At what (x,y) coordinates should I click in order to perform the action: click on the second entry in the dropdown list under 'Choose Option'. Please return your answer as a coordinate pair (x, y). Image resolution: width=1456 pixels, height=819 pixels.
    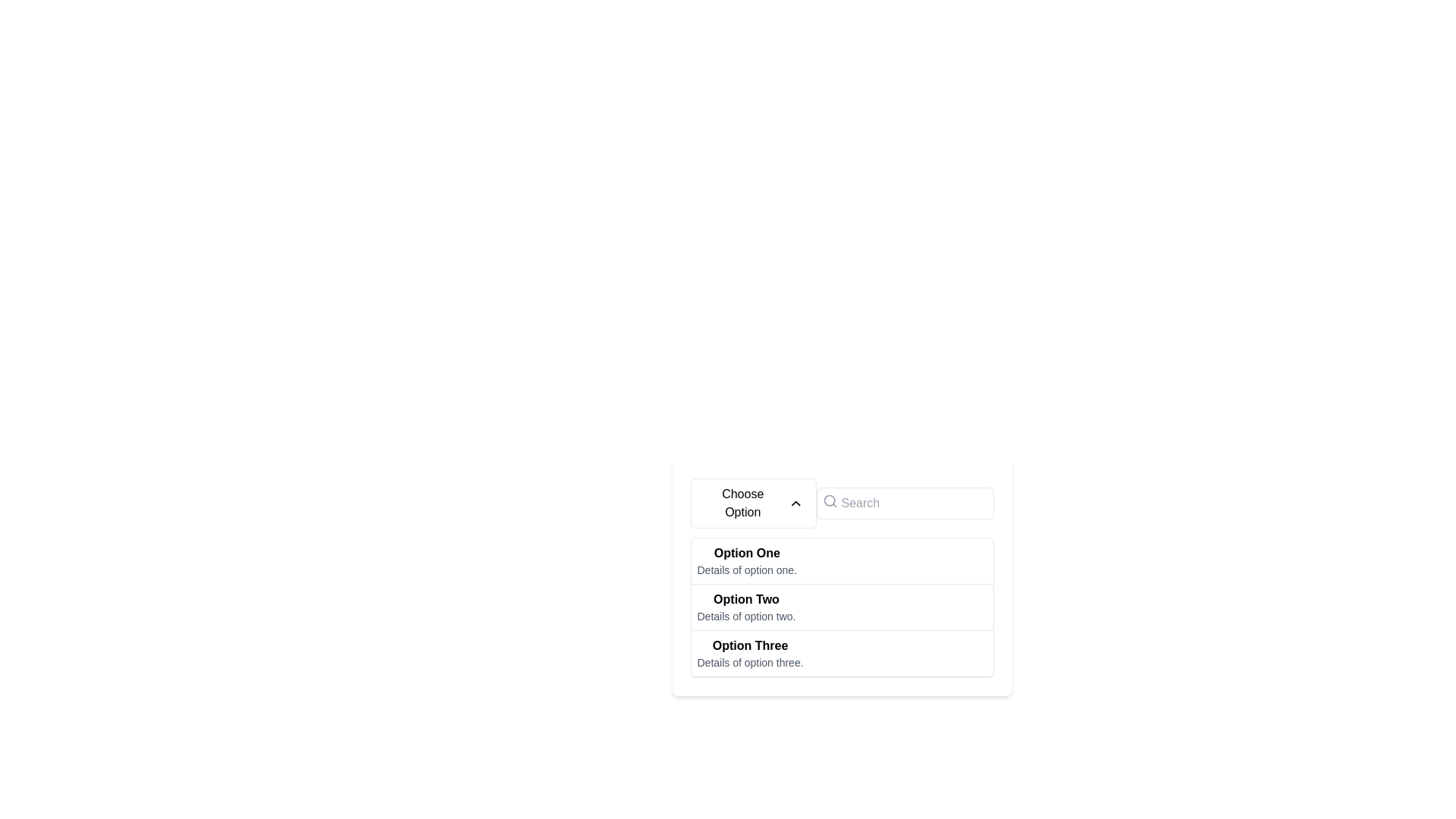
    Looking at the image, I should click on (746, 607).